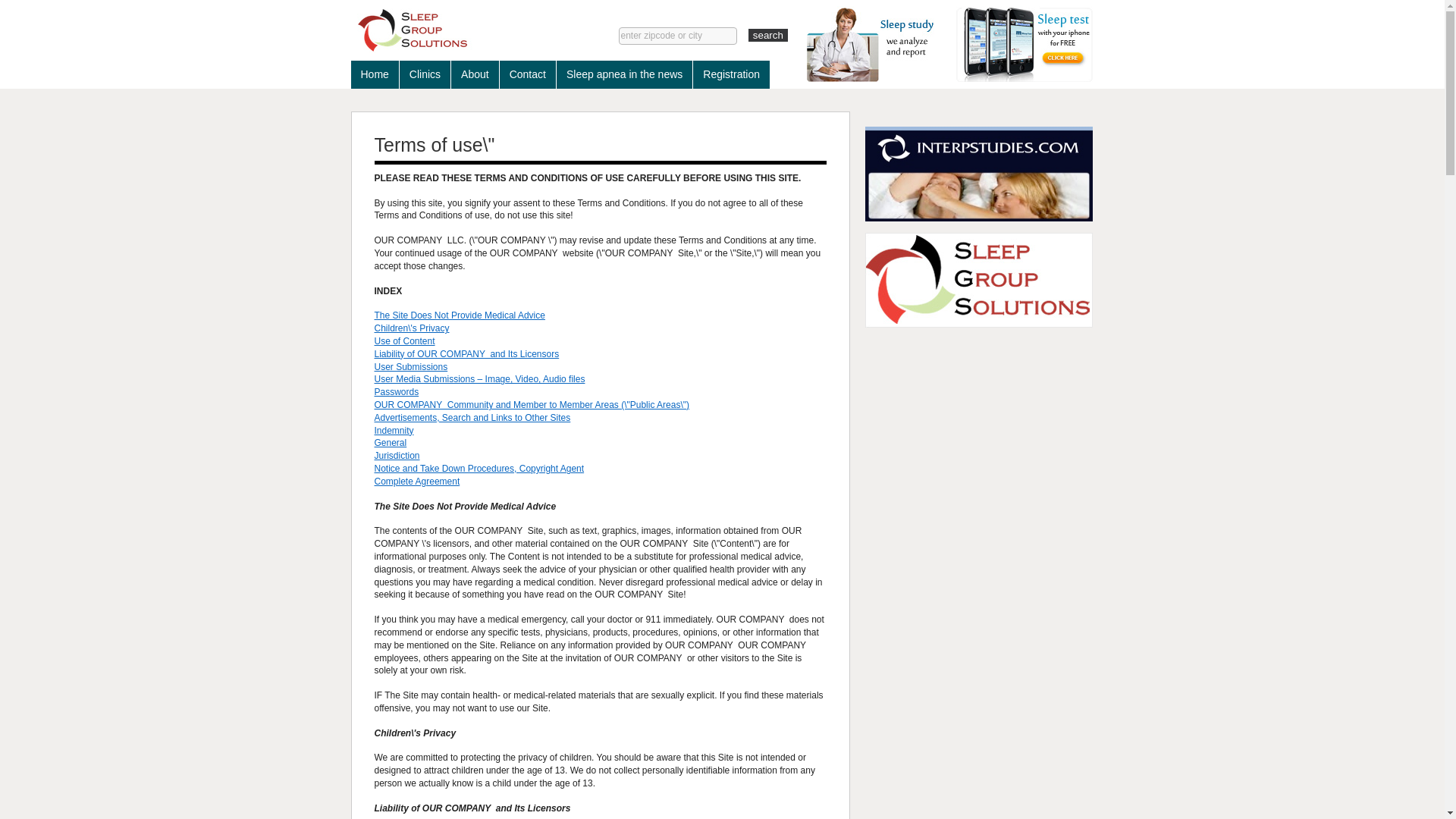  What do you see at coordinates (472, 418) in the screenshot?
I see `'Advertisements, Search and Links to Other Sites'` at bounding box center [472, 418].